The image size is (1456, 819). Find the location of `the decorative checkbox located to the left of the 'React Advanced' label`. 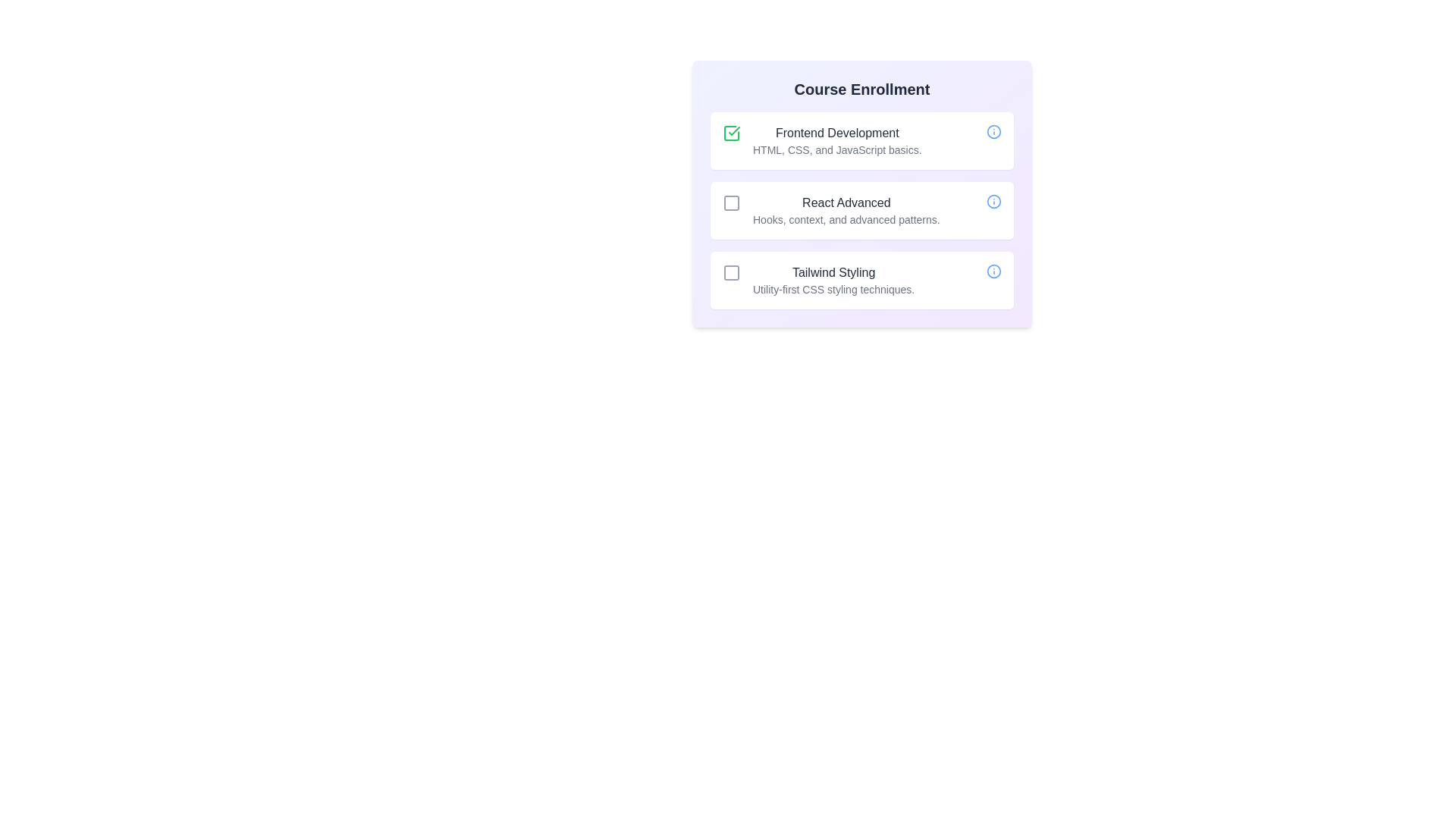

the decorative checkbox located to the left of the 'React Advanced' label is located at coordinates (731, 202).